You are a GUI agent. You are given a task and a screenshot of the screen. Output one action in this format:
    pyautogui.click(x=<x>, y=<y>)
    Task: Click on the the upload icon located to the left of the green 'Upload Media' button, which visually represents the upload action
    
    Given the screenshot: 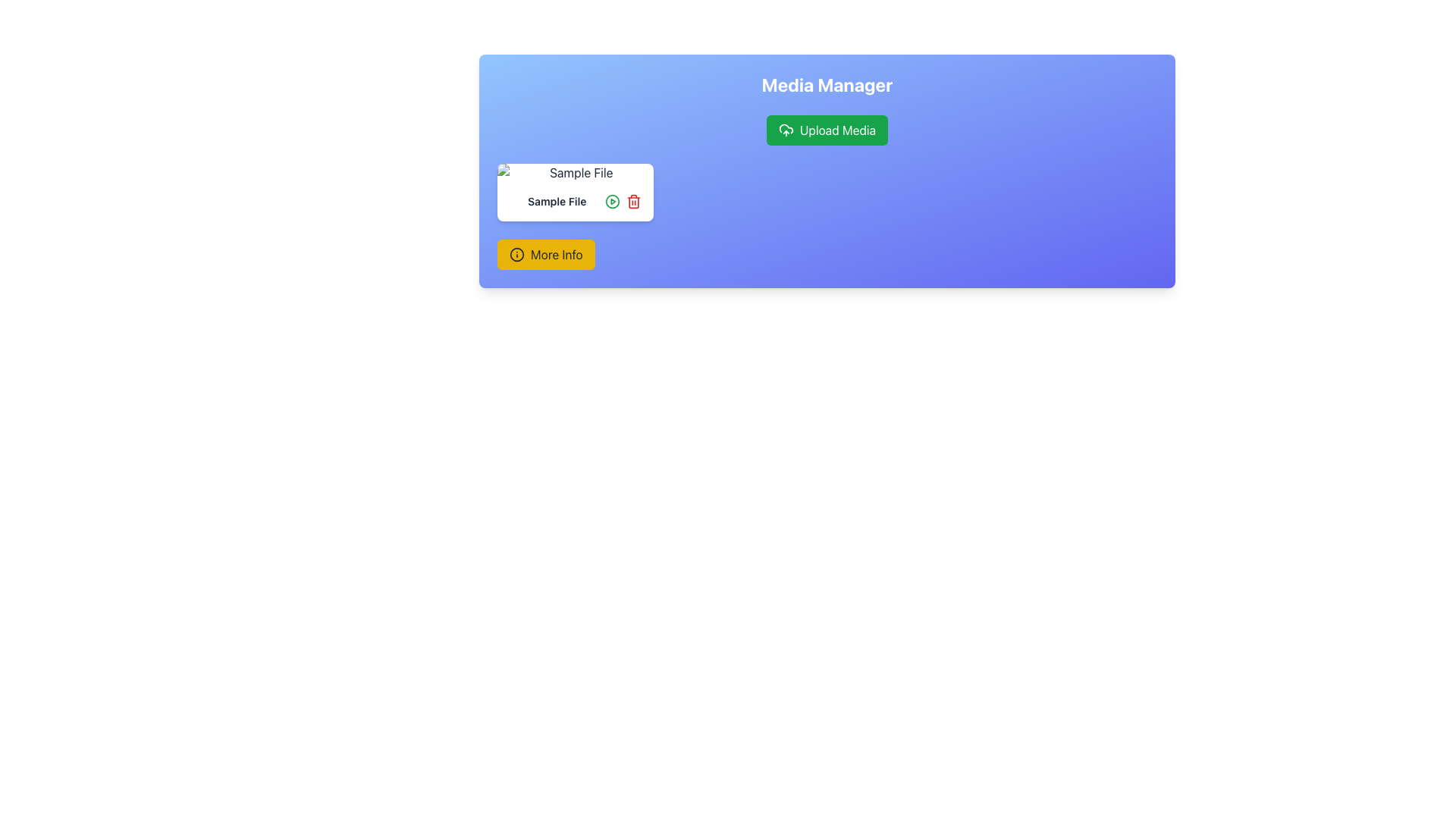 What is the action you would take?
    pyautogui.click(x=786, y=130)
    